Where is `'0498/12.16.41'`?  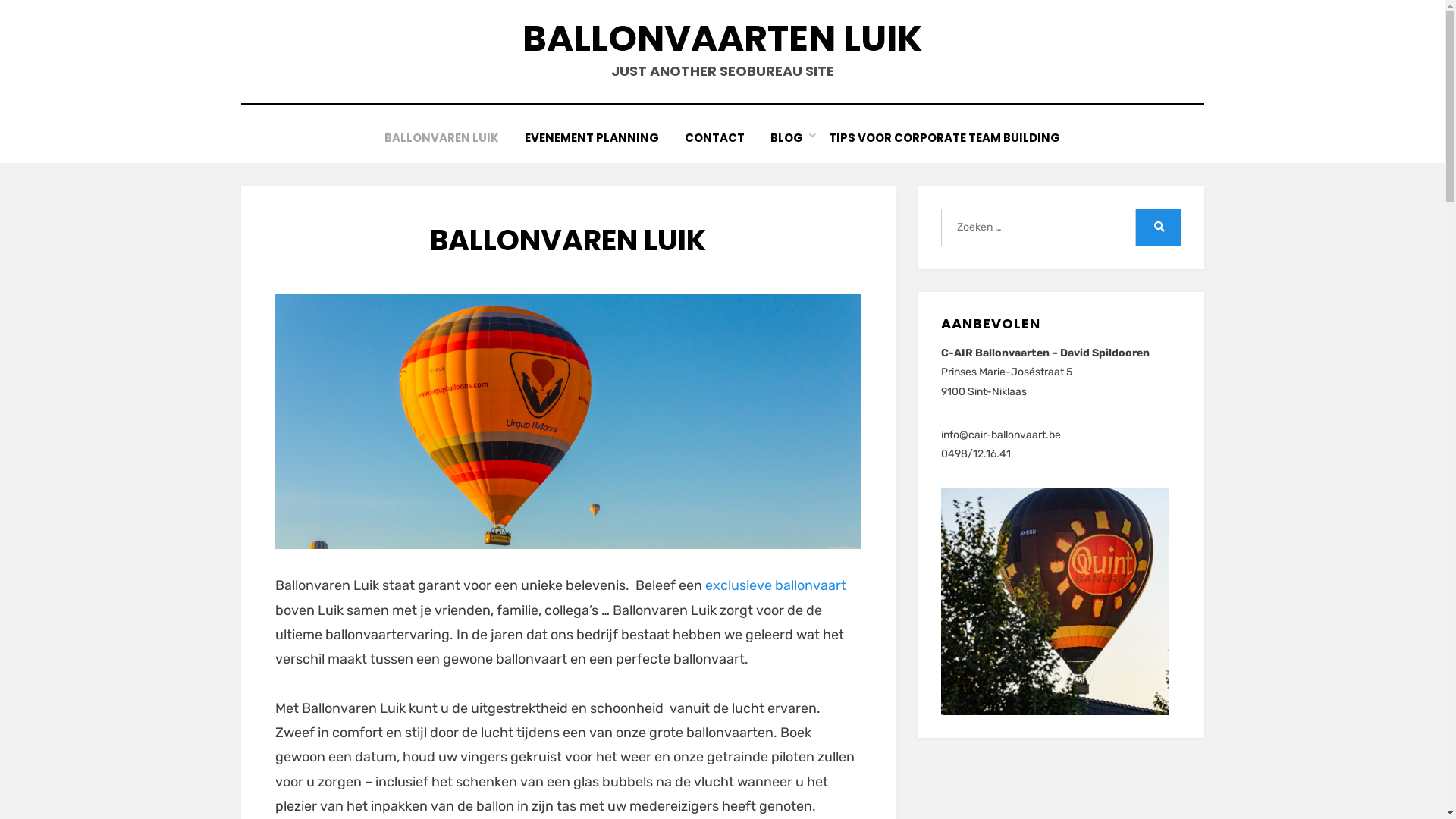
'0498/12.16.41' is located at coordinates (975, 453).